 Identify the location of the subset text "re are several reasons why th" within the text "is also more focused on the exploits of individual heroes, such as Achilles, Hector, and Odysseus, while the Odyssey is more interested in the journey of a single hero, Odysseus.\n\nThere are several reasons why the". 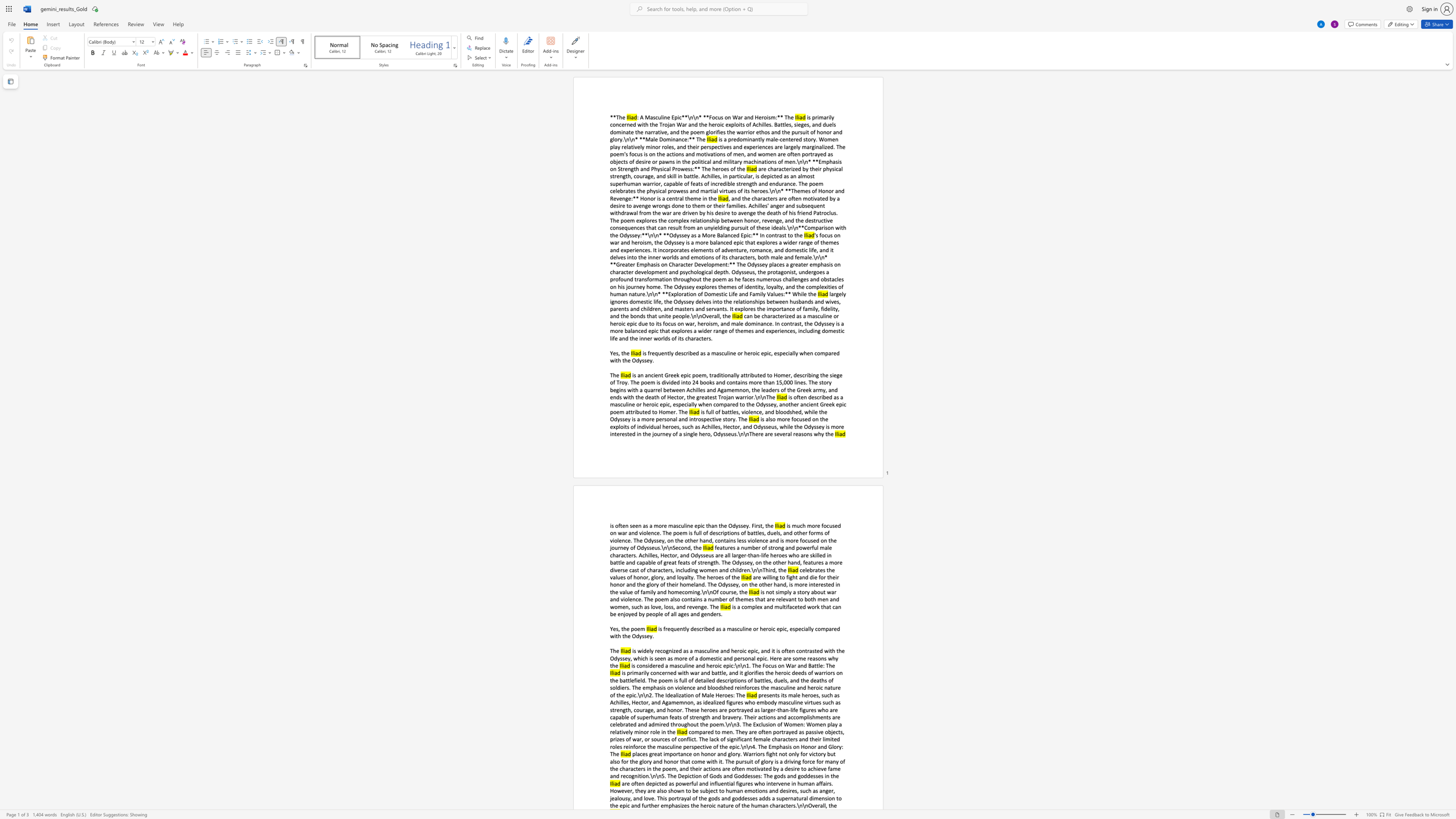
(759, 434).